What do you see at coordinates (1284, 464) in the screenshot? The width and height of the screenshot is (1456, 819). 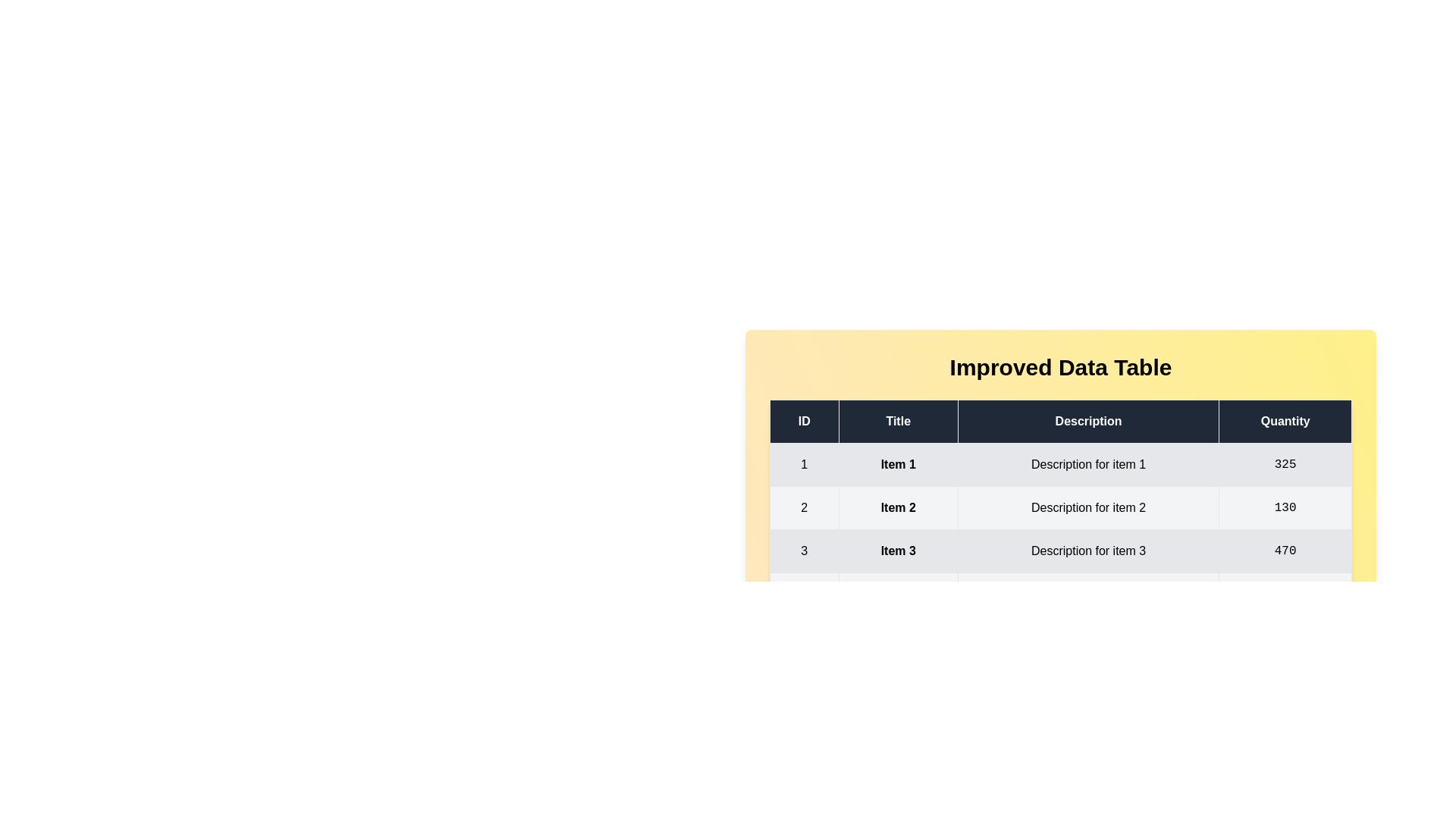 I see `the cell with content 325 to select its content` at bounding box center [1284, 464].